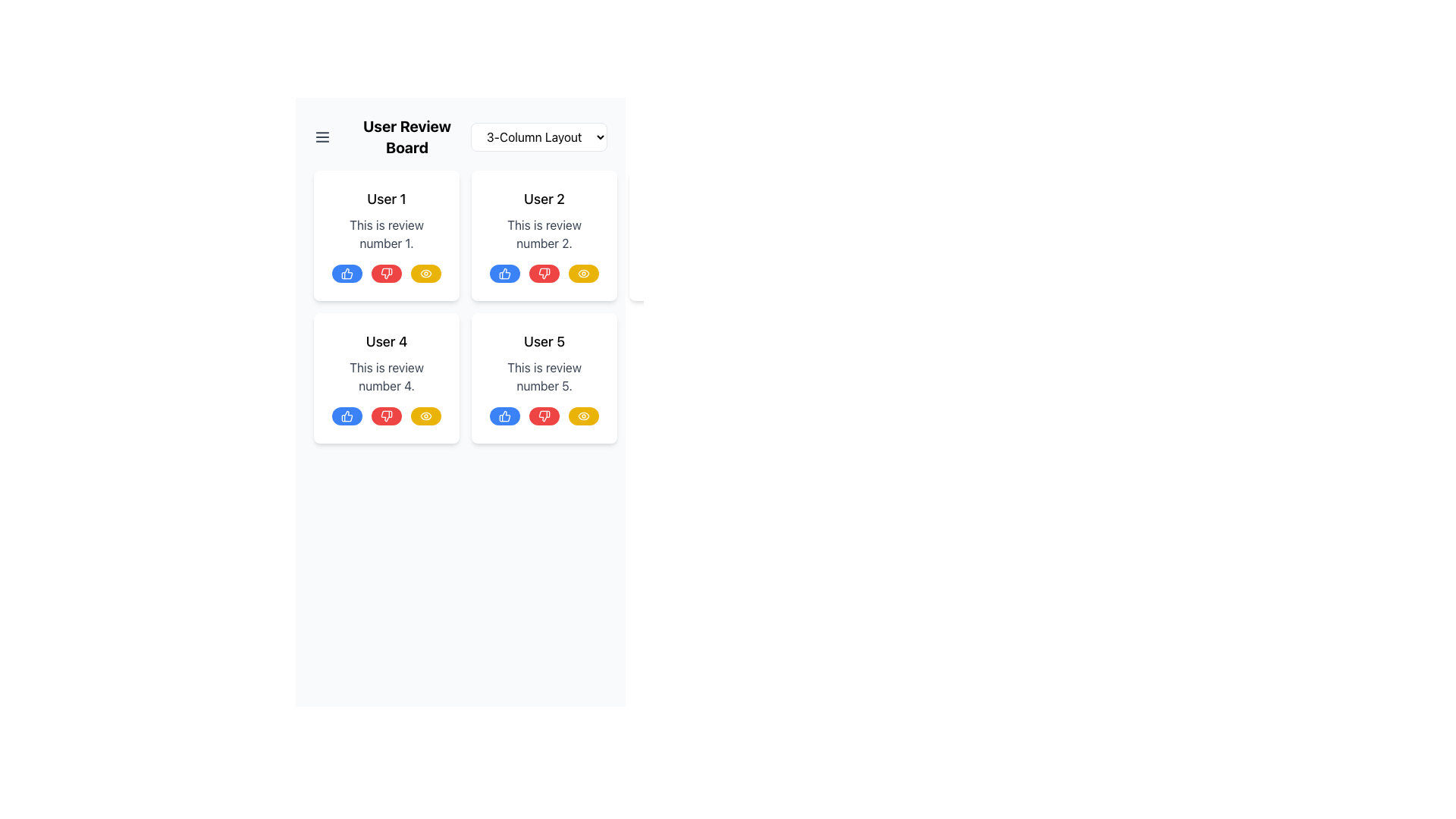  I want to click on the leftmost 'like' icon button in the card titled 'User 5', so click(504, 416).